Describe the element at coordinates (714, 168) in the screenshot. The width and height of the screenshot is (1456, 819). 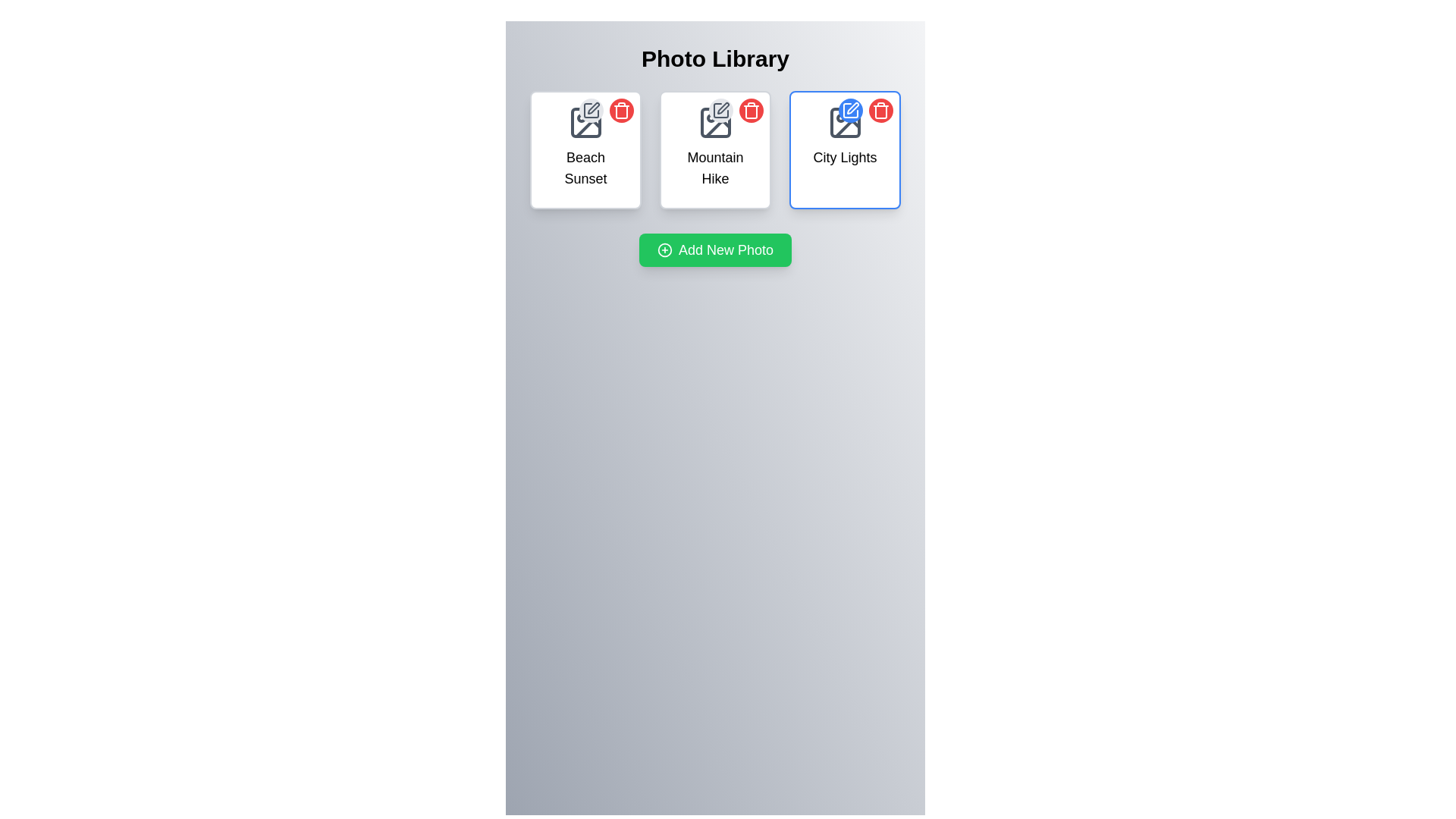
I see `the text label displaying 'Mountain Hike', which is located within the second card from the left, centered below an image icon and above other buttons` at that location.